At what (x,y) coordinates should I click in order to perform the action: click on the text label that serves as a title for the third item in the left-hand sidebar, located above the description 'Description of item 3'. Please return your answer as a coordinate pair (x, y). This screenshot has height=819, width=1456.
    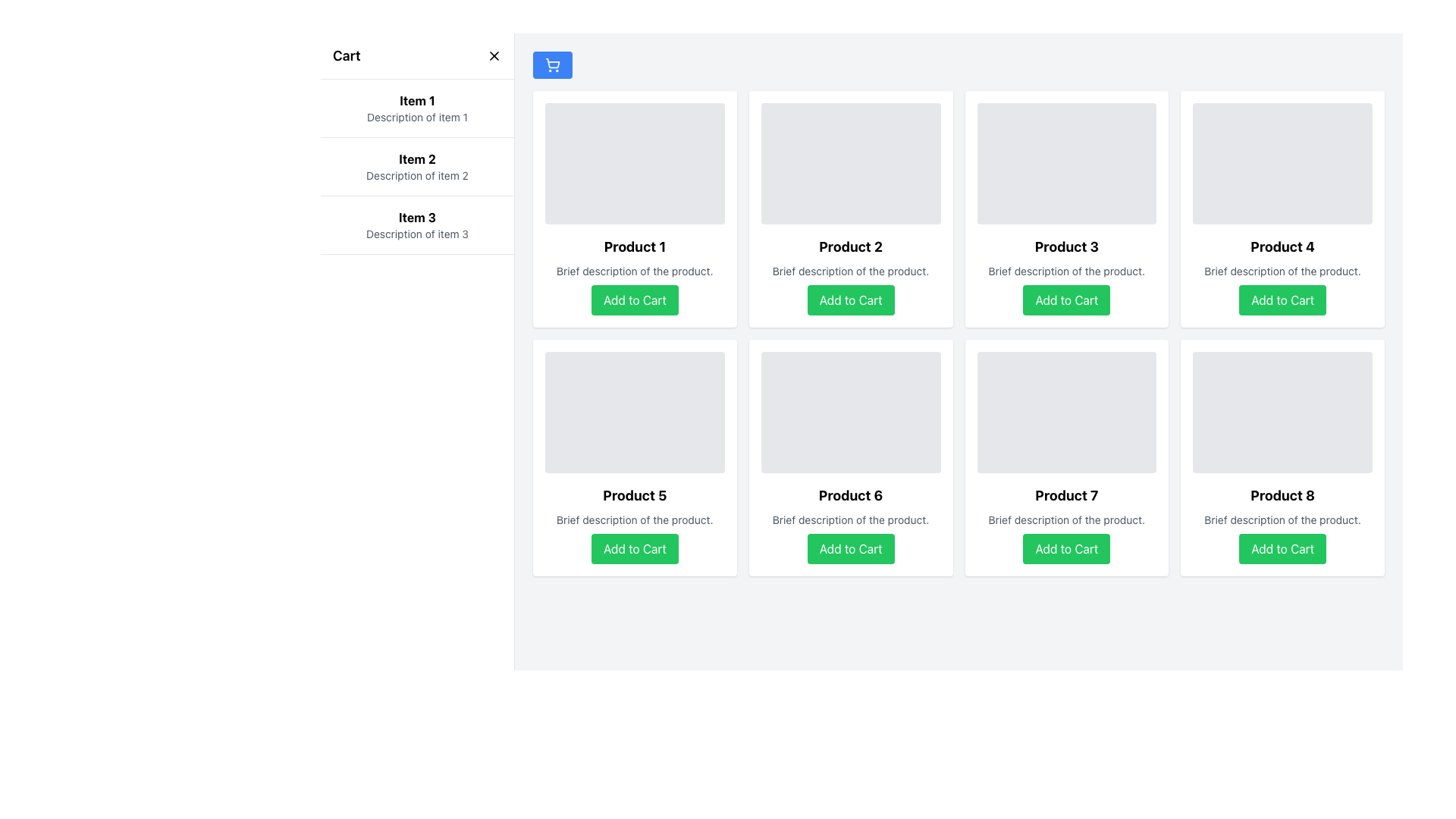
    Looking at the image, I should click on (417, 217).